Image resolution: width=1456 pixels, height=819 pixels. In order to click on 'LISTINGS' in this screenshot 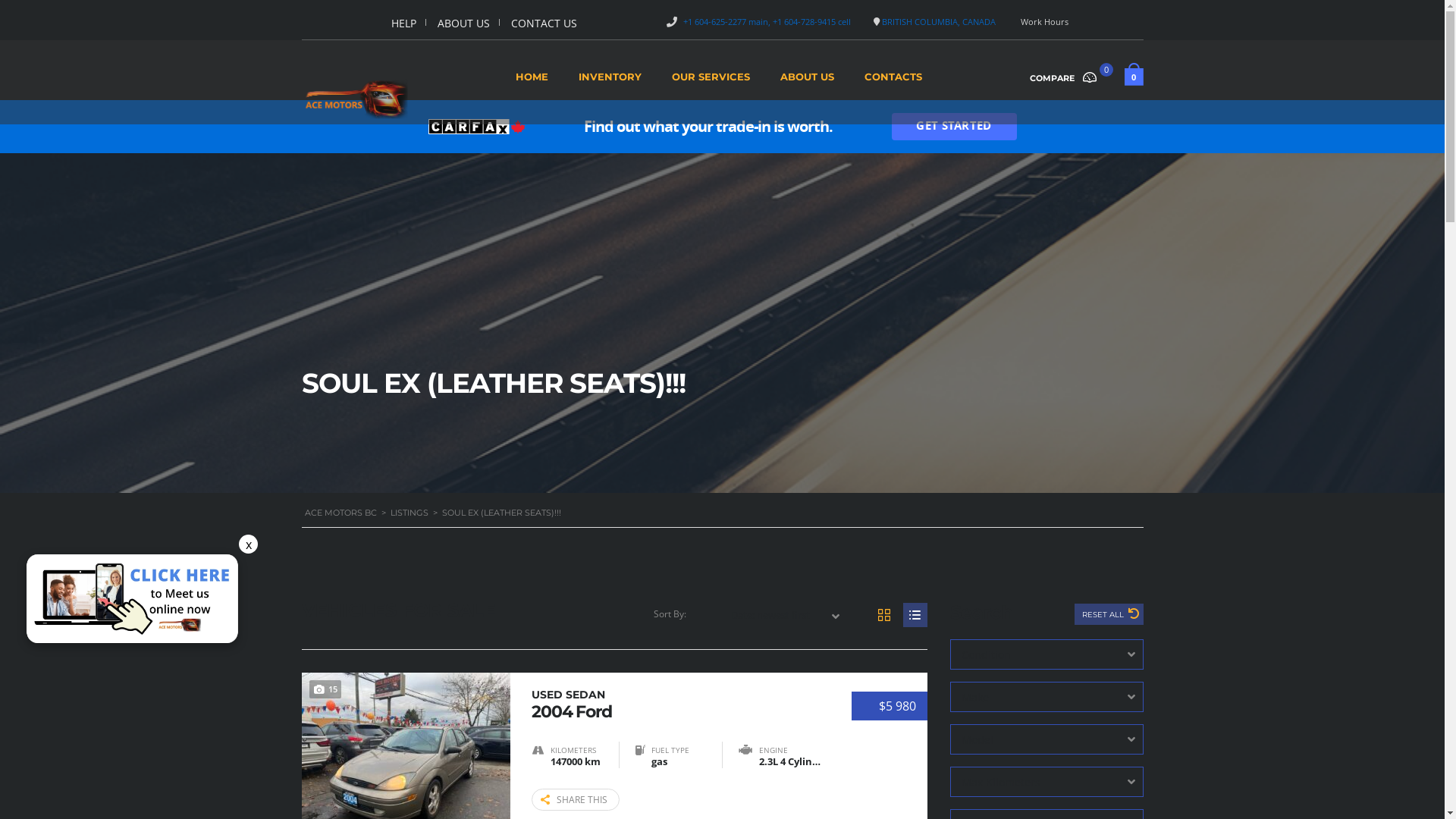, I will do `click(408, 512)`.